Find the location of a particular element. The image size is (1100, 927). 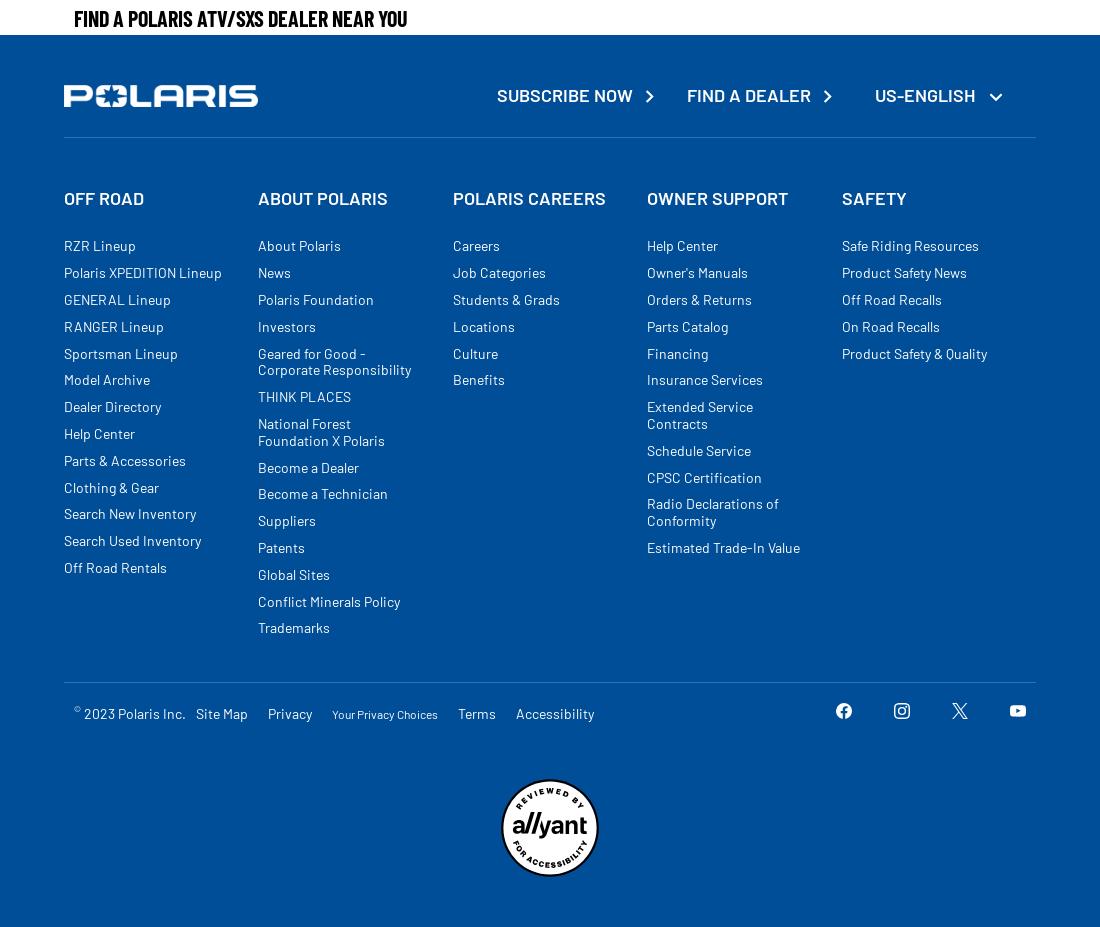

'On Road Recalls' is located at coordinates (889, 324).